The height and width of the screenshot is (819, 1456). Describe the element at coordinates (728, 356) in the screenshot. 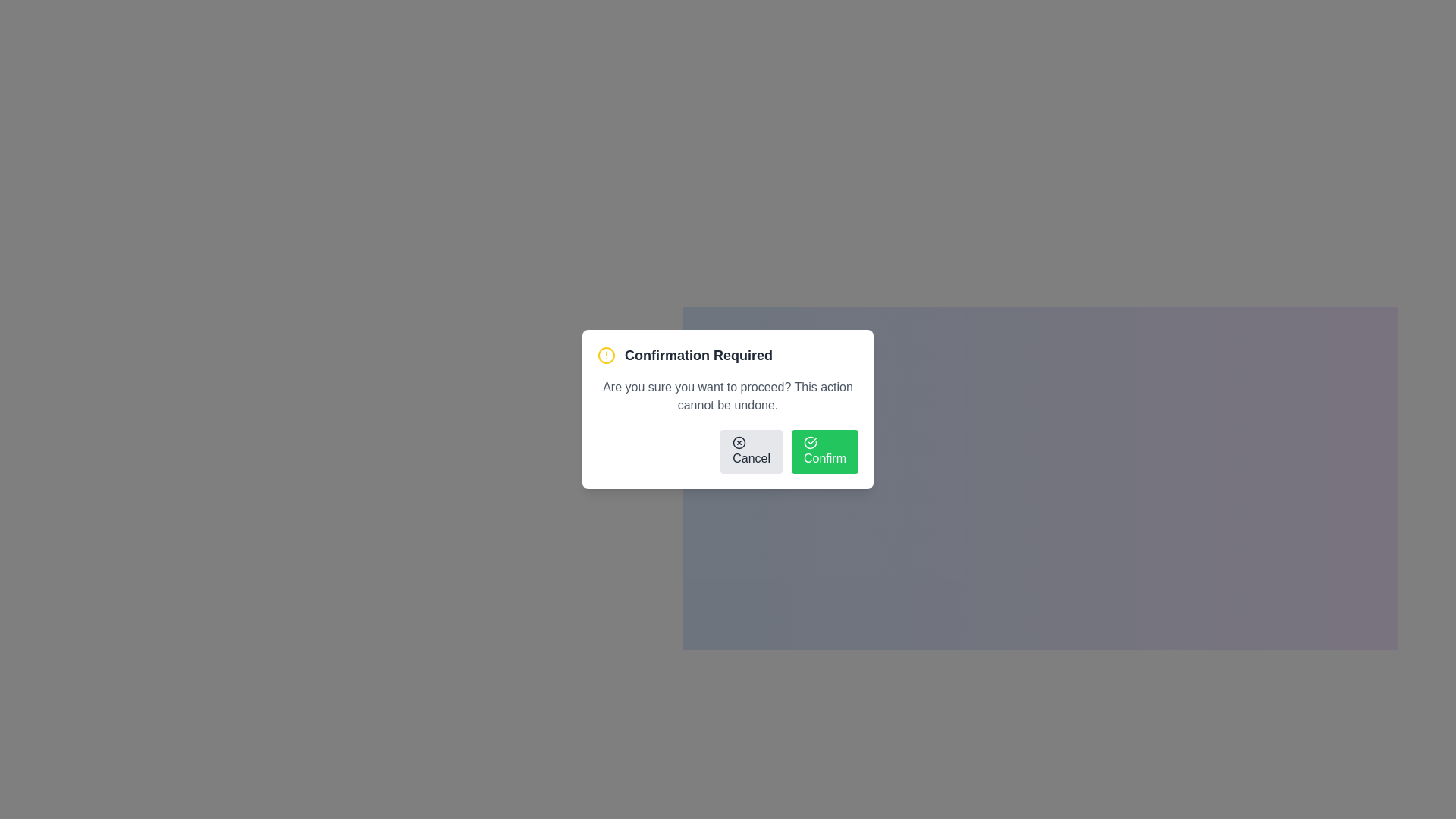

I see `the header label of the confirmation dialog box that provides a warning about the pending action` at that location.